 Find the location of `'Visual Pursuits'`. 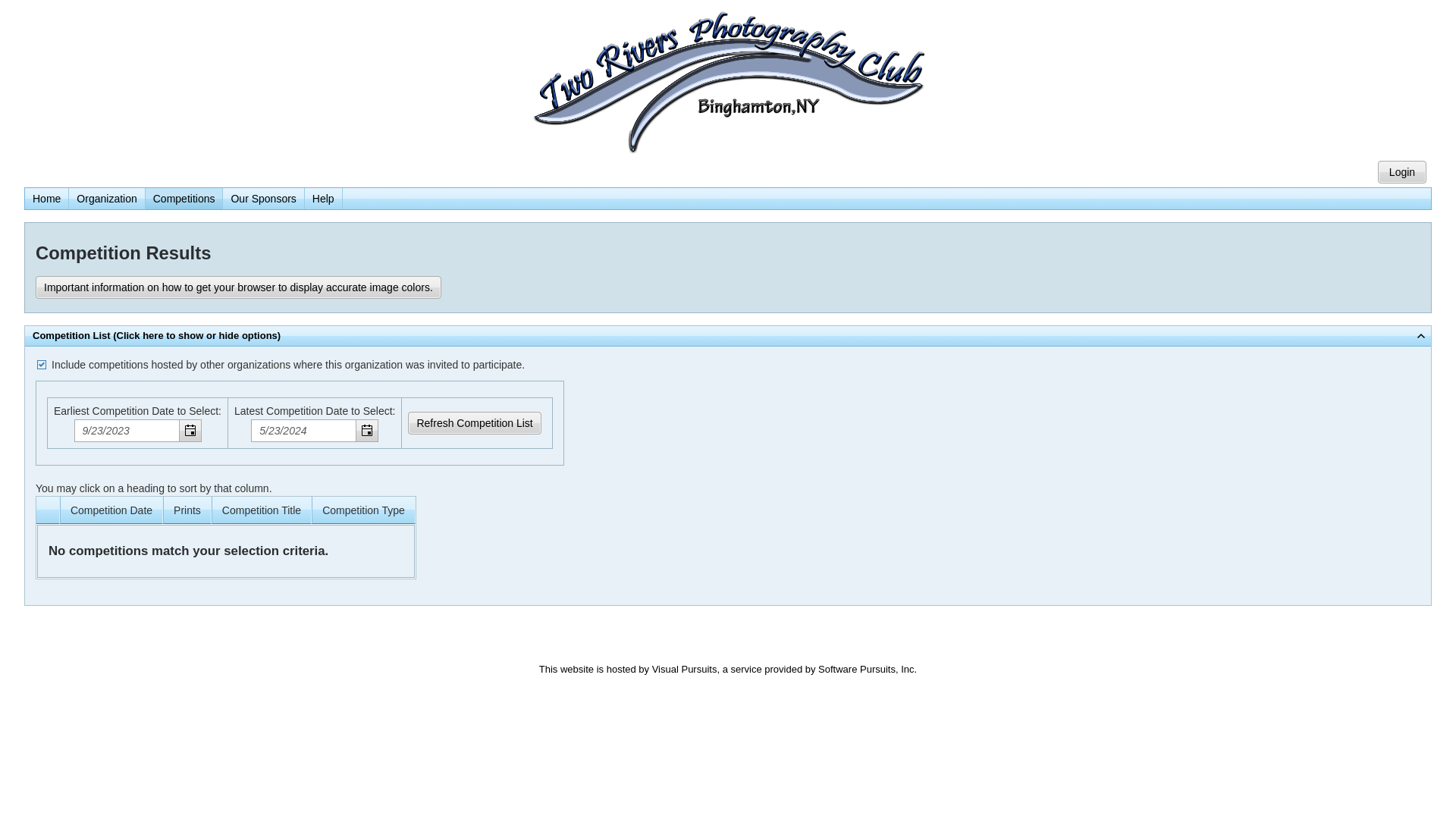

'Visual Pursuits' is located at coordinates (683, 668).